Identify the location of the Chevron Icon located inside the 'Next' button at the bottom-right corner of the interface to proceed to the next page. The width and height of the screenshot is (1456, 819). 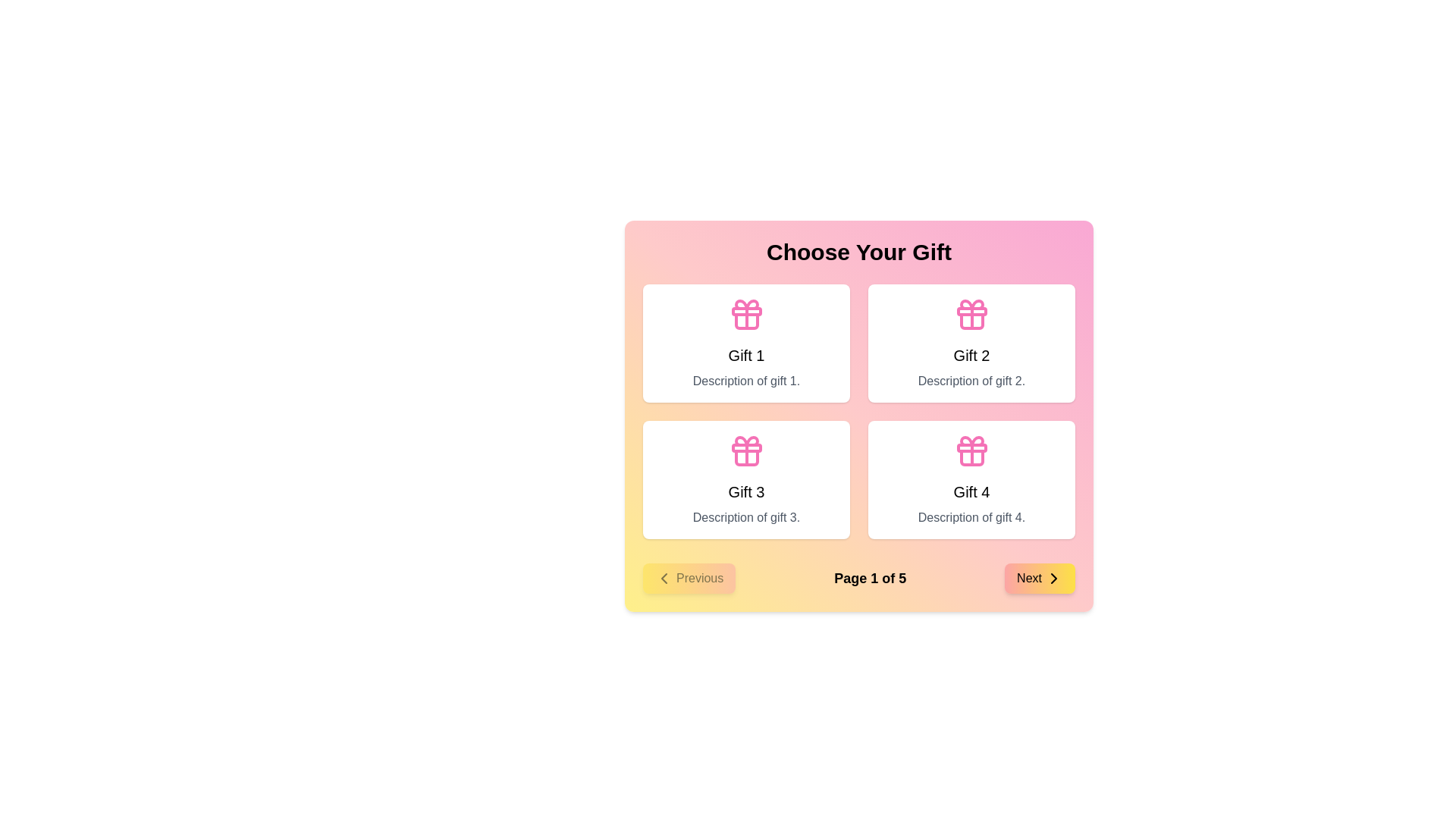
(1053, 579).